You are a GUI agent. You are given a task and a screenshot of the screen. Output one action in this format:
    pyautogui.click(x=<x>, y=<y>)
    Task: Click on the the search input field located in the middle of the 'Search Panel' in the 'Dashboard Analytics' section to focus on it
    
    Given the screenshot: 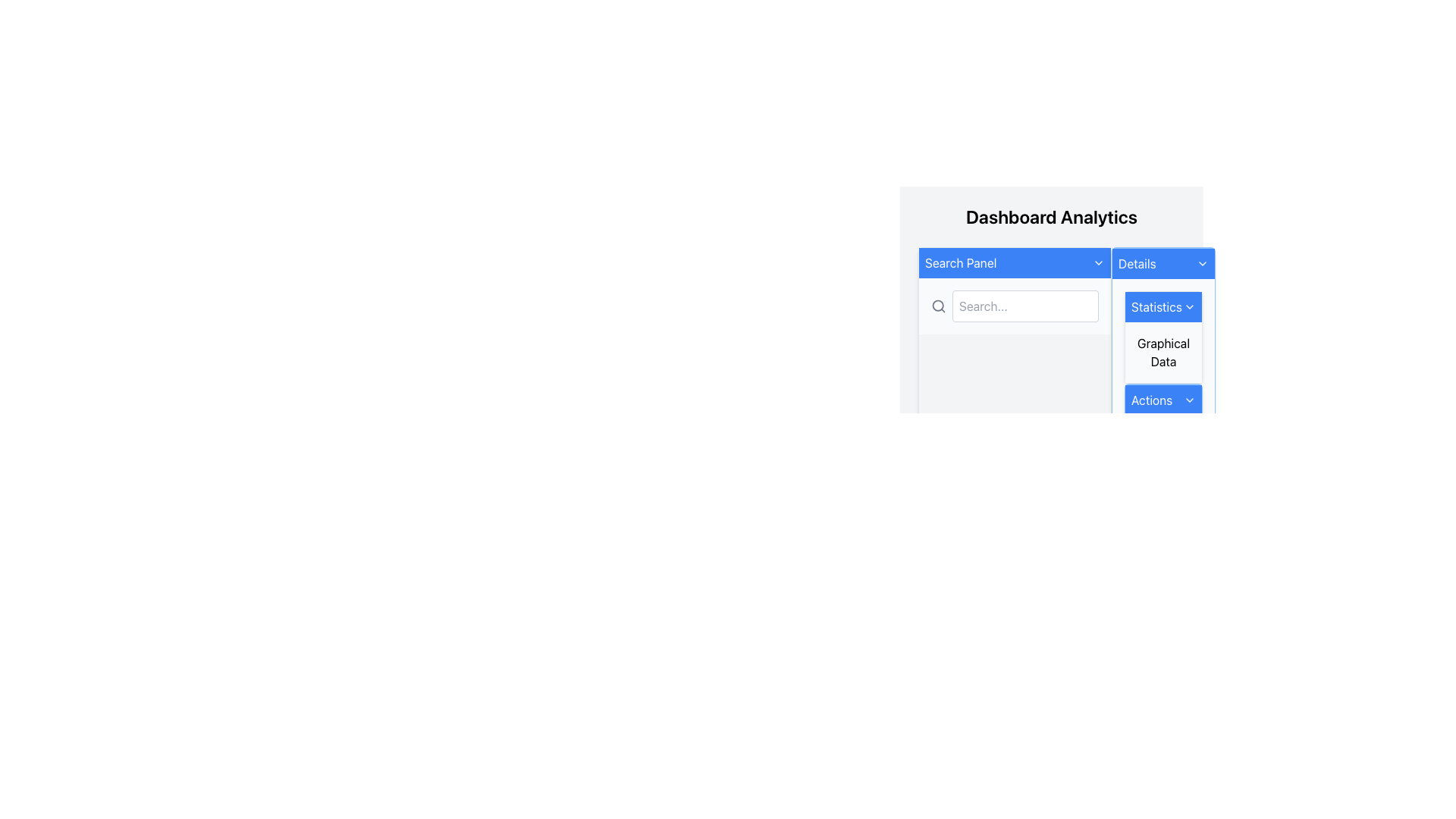 What is the action you would take?
    pyautogui.click(x=1051, y=290)
    